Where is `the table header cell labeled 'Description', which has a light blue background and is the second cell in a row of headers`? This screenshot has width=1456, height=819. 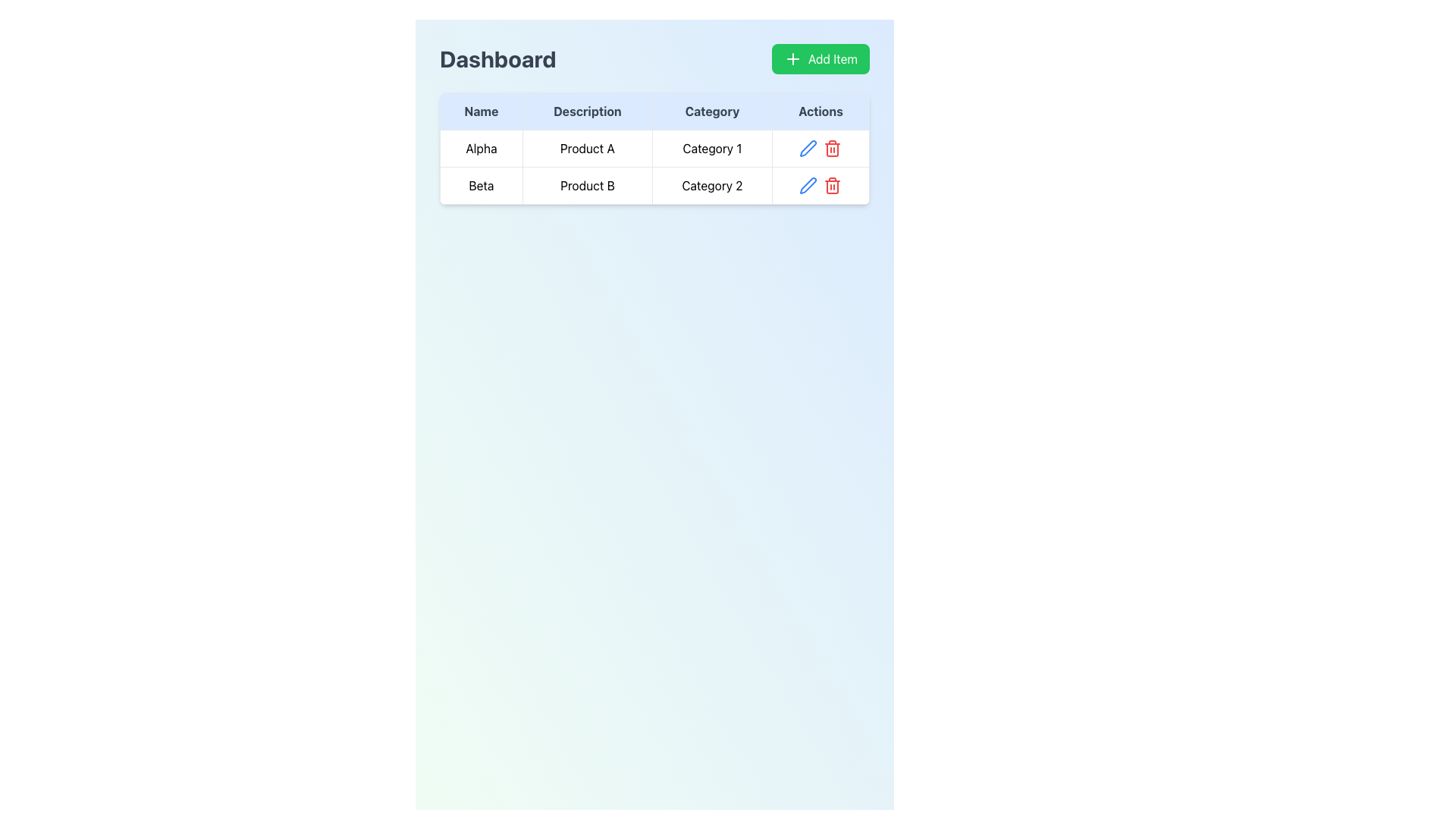
the table header cell labeled 'Description', which has a light blue background and is the second cell in a row of headers is located at coordinates (586, 110).